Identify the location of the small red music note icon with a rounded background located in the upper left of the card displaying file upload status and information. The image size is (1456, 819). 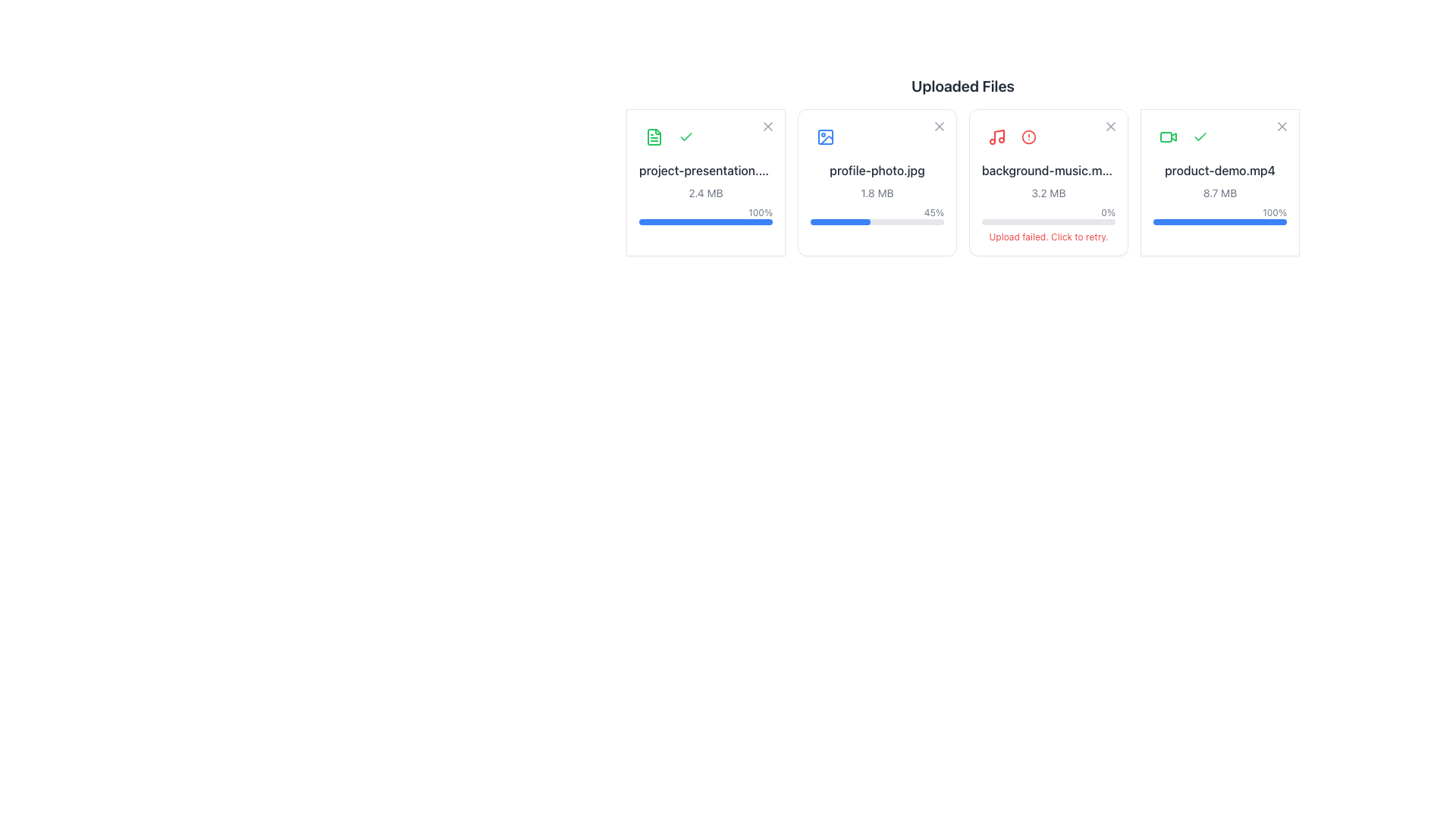
(997, 137).